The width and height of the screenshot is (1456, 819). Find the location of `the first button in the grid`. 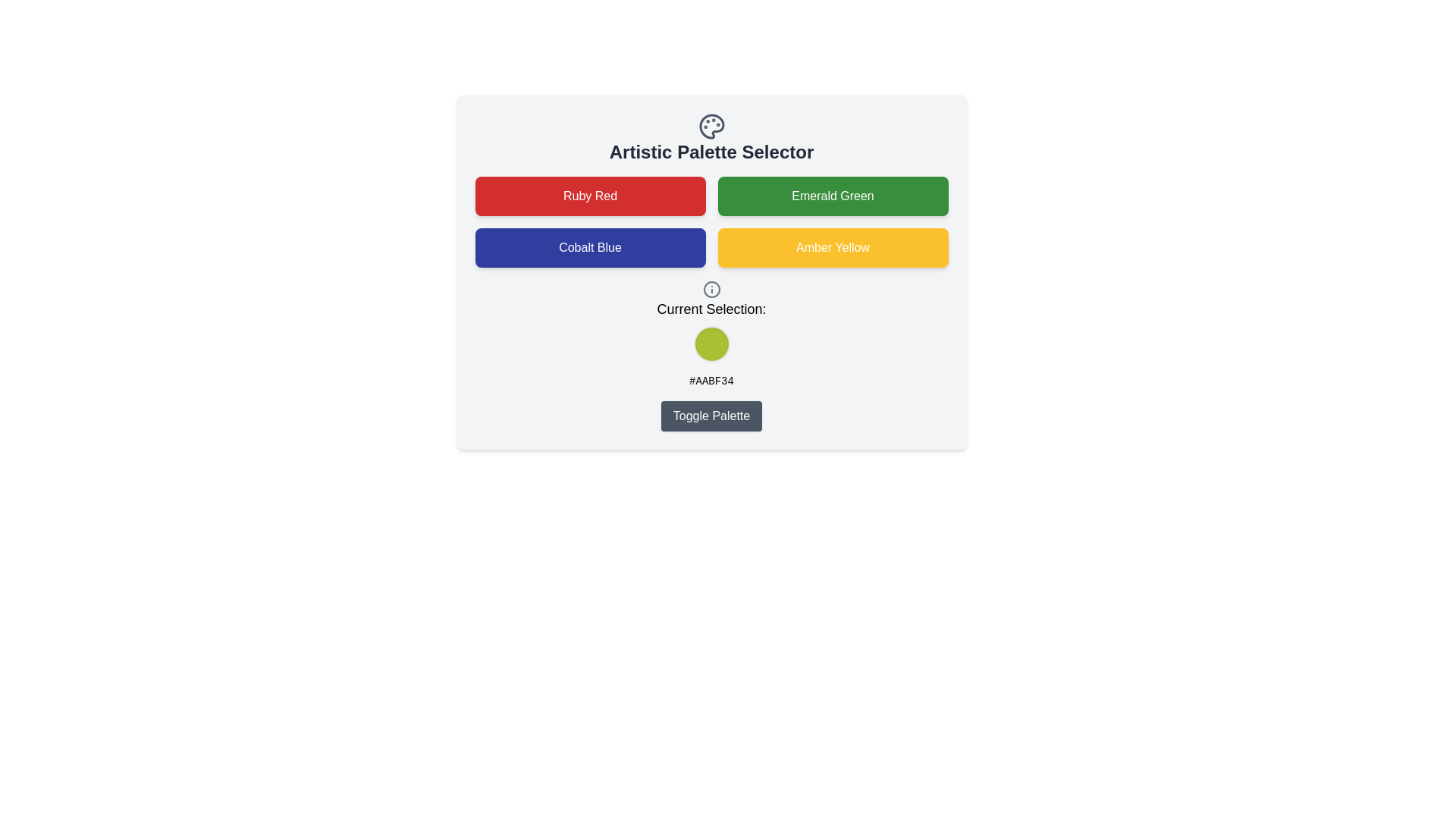

the first button in the grid is located at coordinates (589, 195).